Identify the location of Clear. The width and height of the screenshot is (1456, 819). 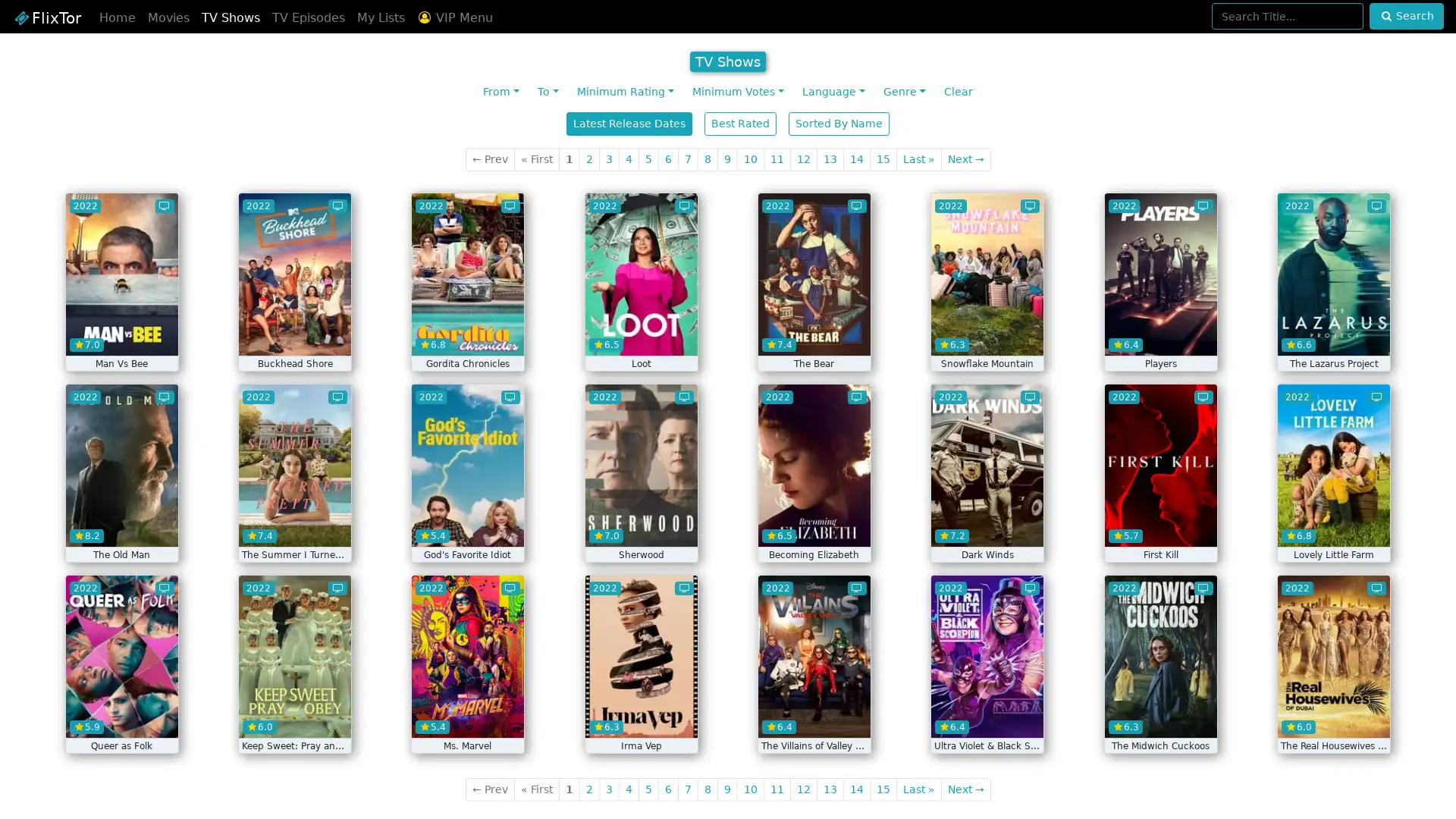
(956, 92).